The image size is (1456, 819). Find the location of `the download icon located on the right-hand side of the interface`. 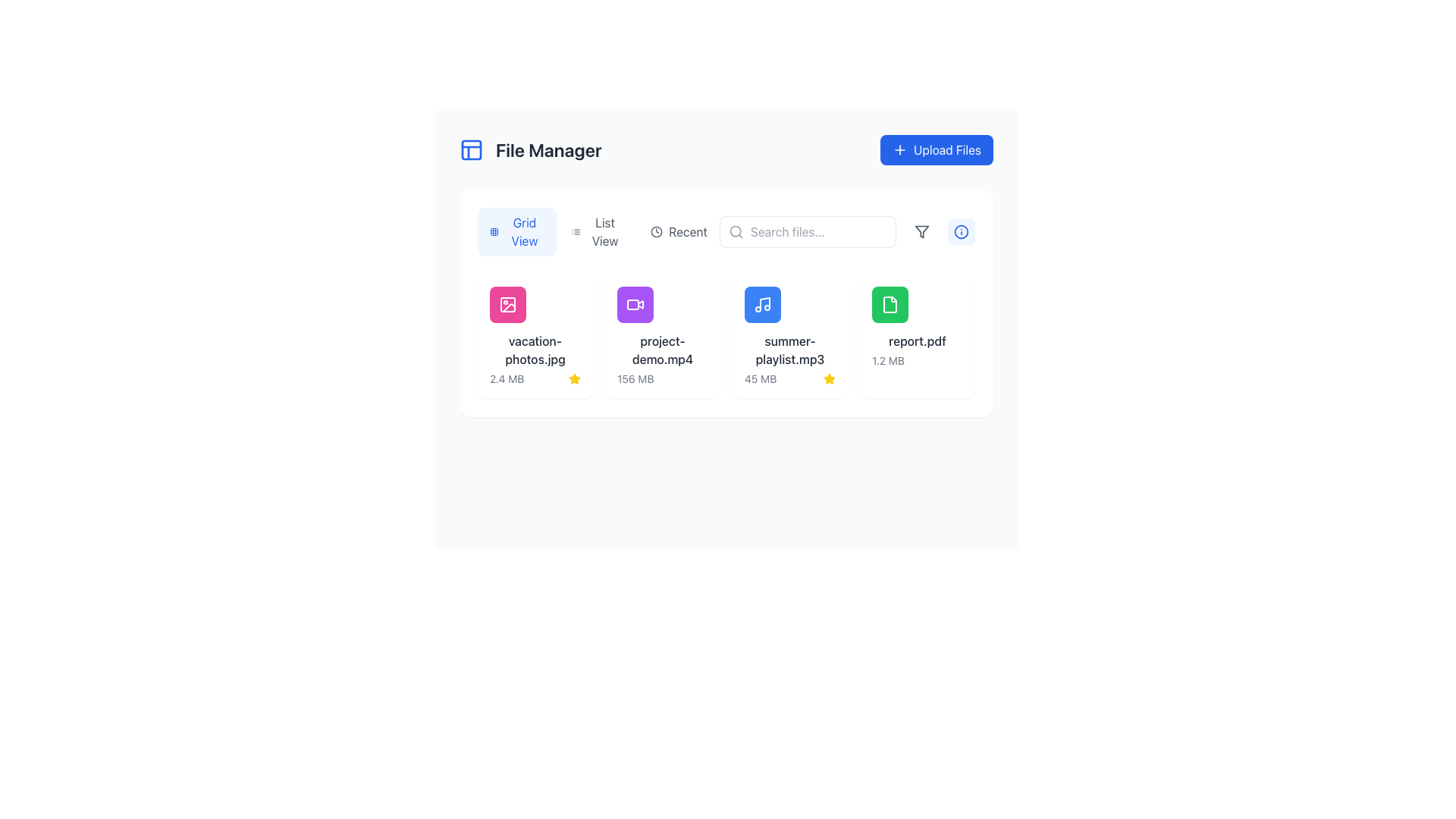

the download icon located on the right-hand side of the interface is located at coordinates (757, 376).